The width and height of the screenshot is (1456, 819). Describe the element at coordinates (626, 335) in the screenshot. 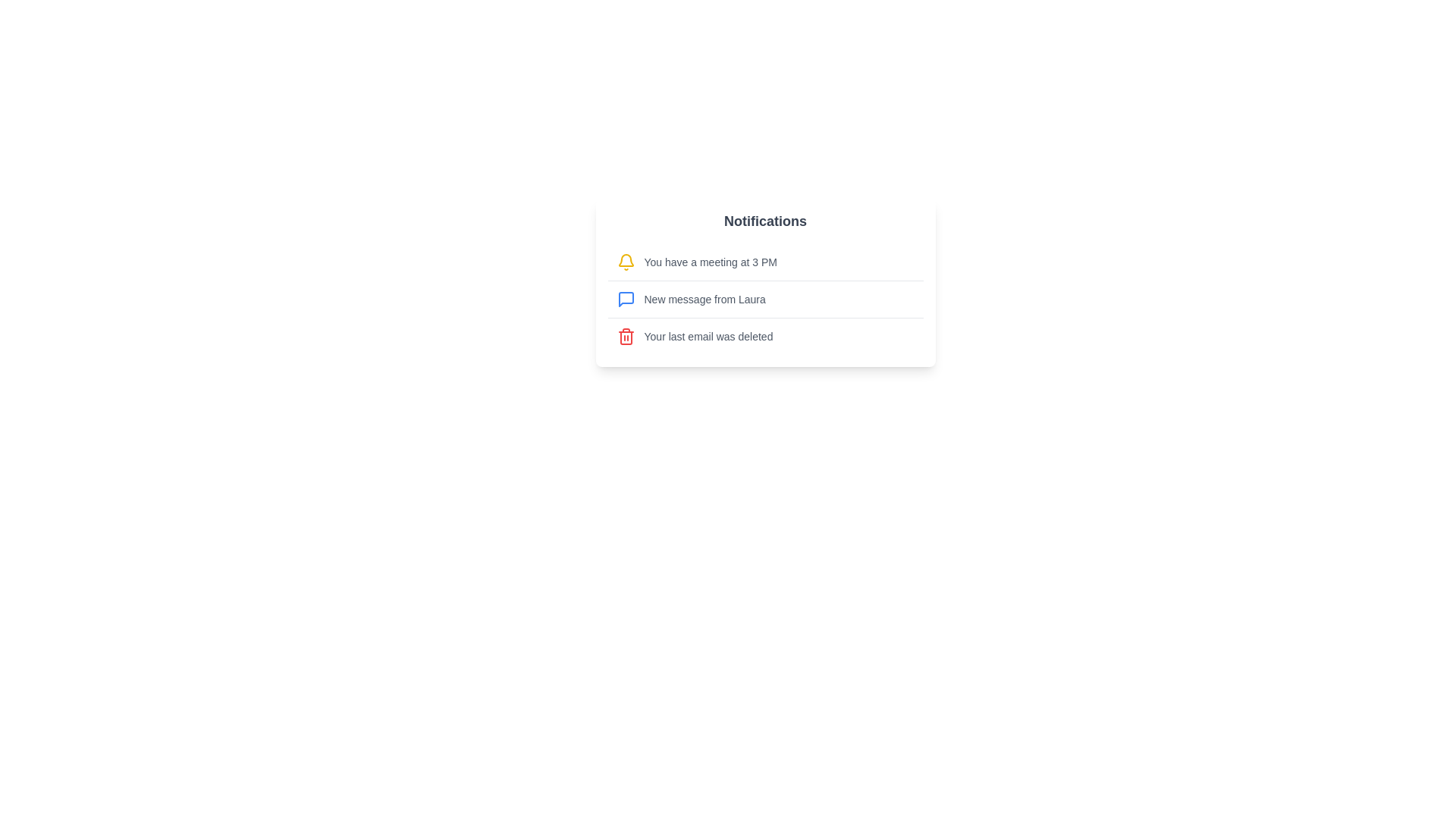

I see `the trash bin icon located in the third notification item of the Notifications list, which is red in color and positioned left of the text 'Your last email was deleted'` at that location.